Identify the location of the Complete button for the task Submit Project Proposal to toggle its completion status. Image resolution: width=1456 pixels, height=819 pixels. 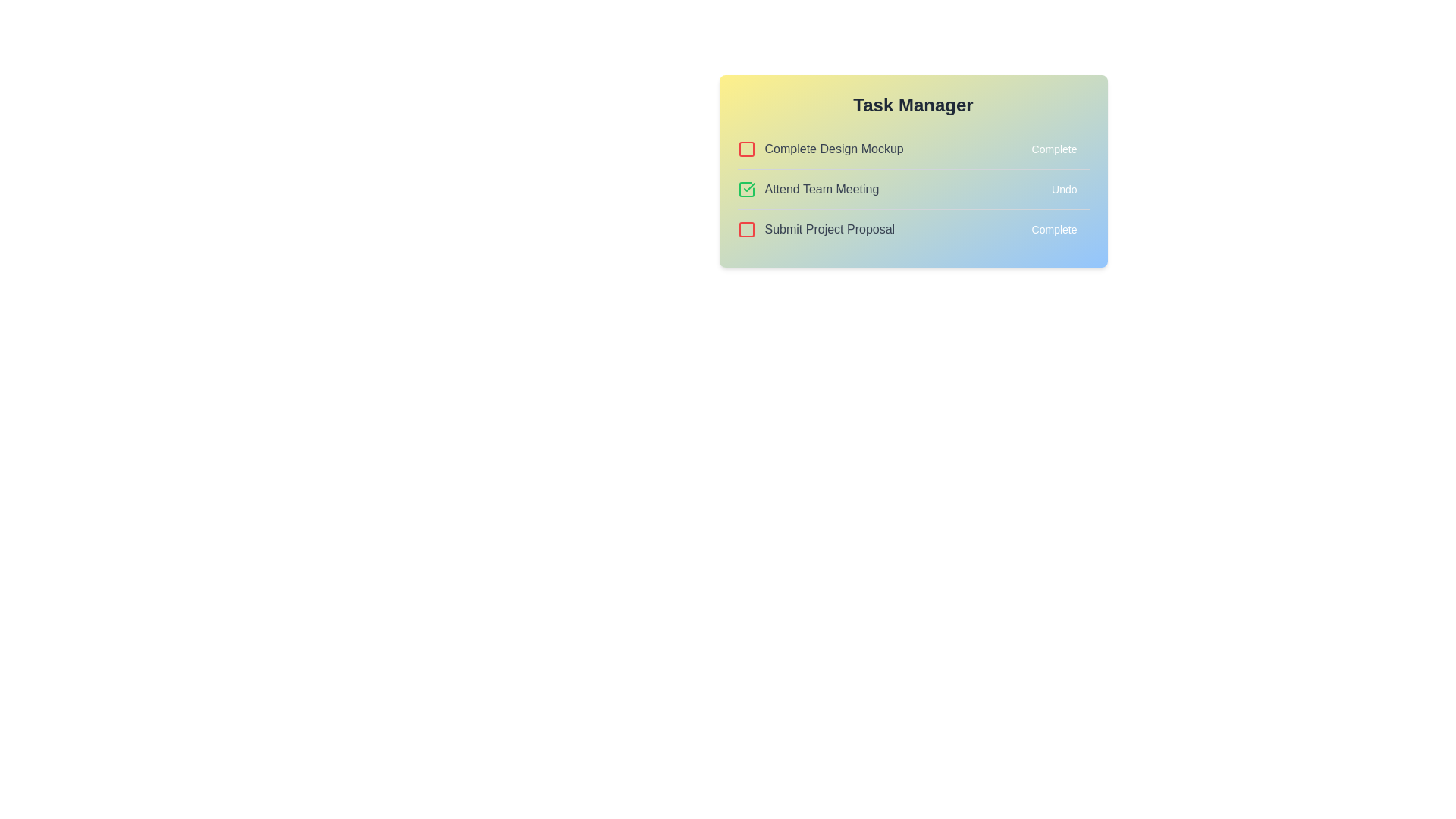
(1053, 230).